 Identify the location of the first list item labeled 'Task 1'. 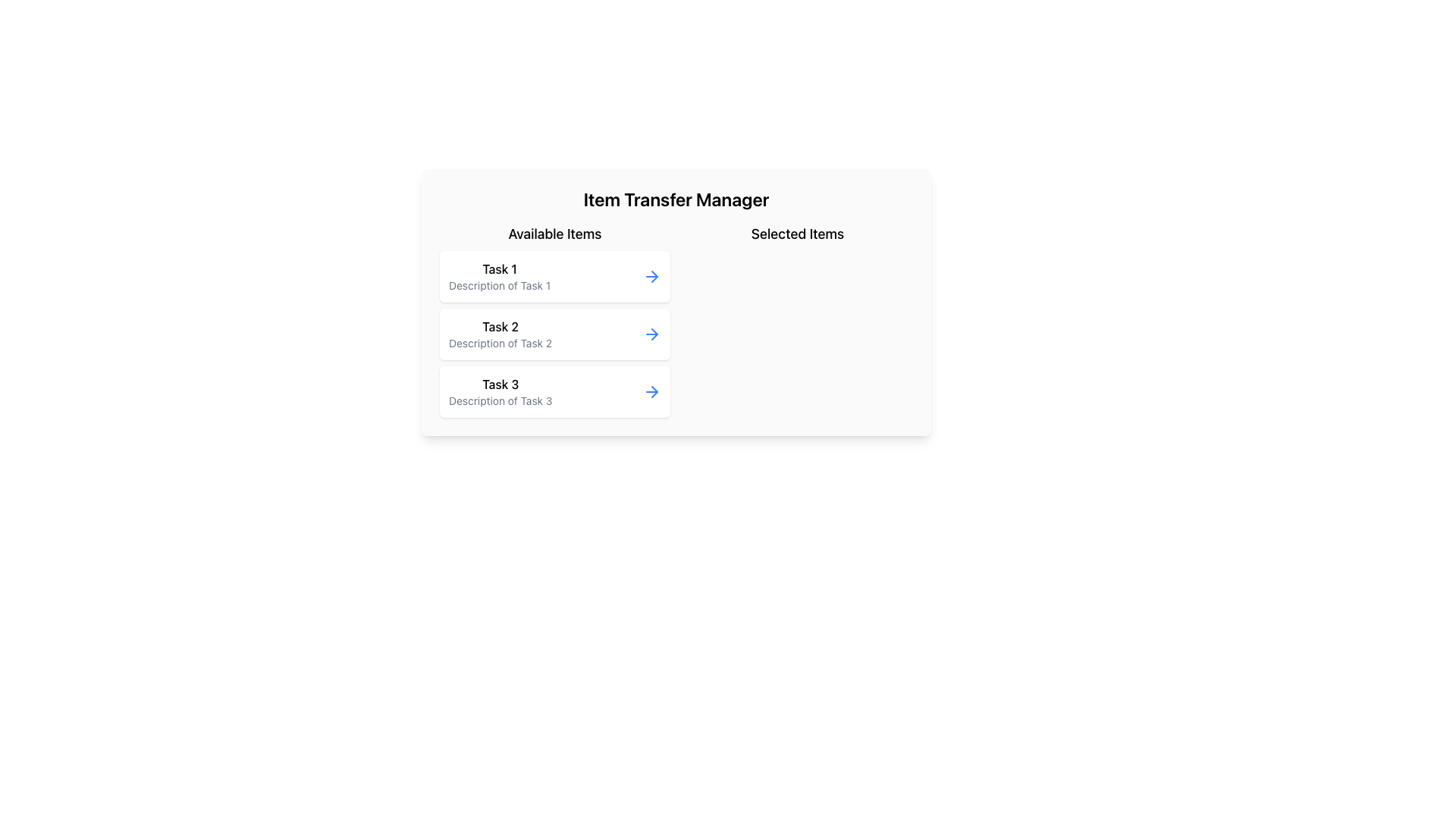
(554, 277).